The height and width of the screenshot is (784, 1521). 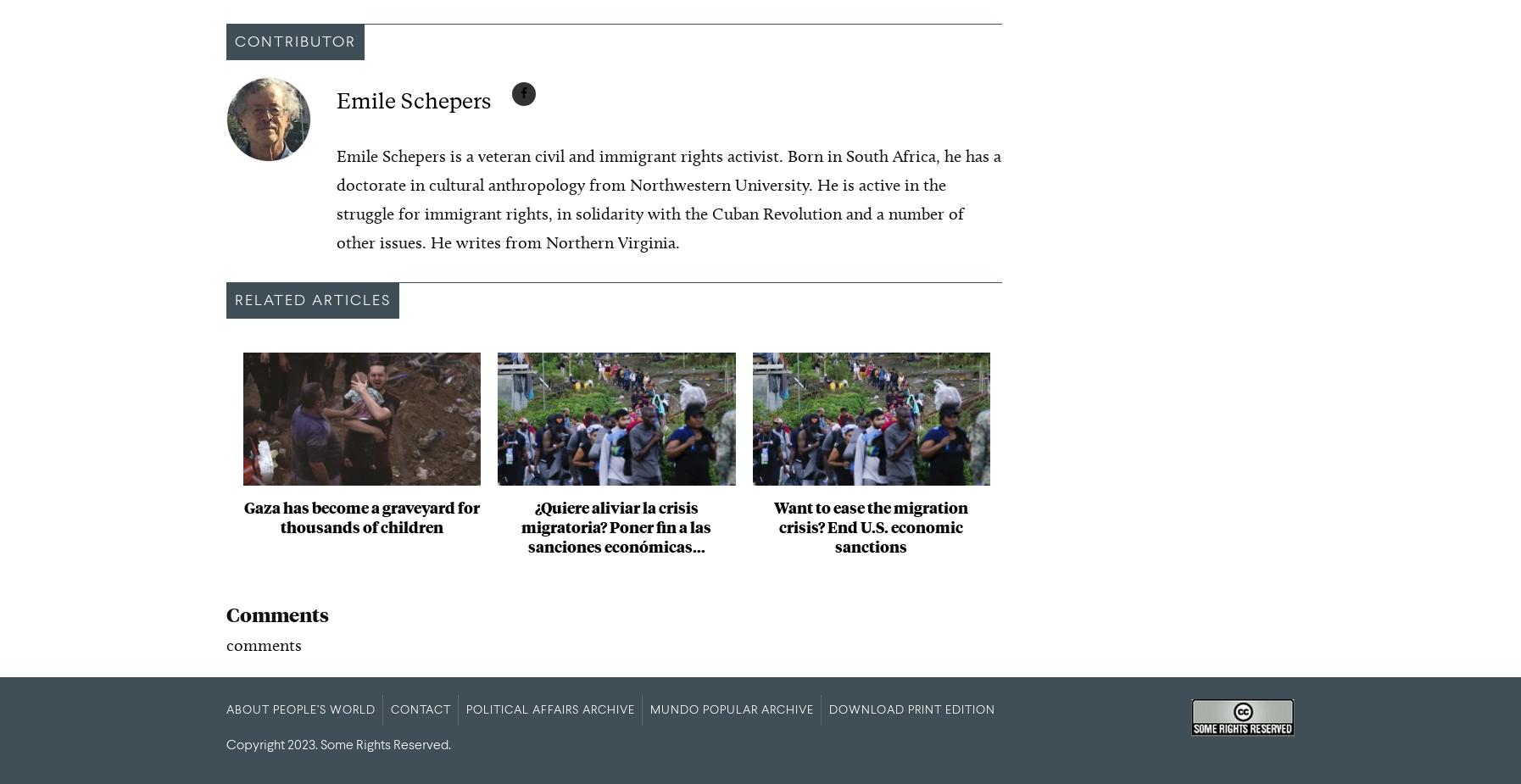 I want to click on 'CONTRIBUTOR', so click(x=233, y=42).